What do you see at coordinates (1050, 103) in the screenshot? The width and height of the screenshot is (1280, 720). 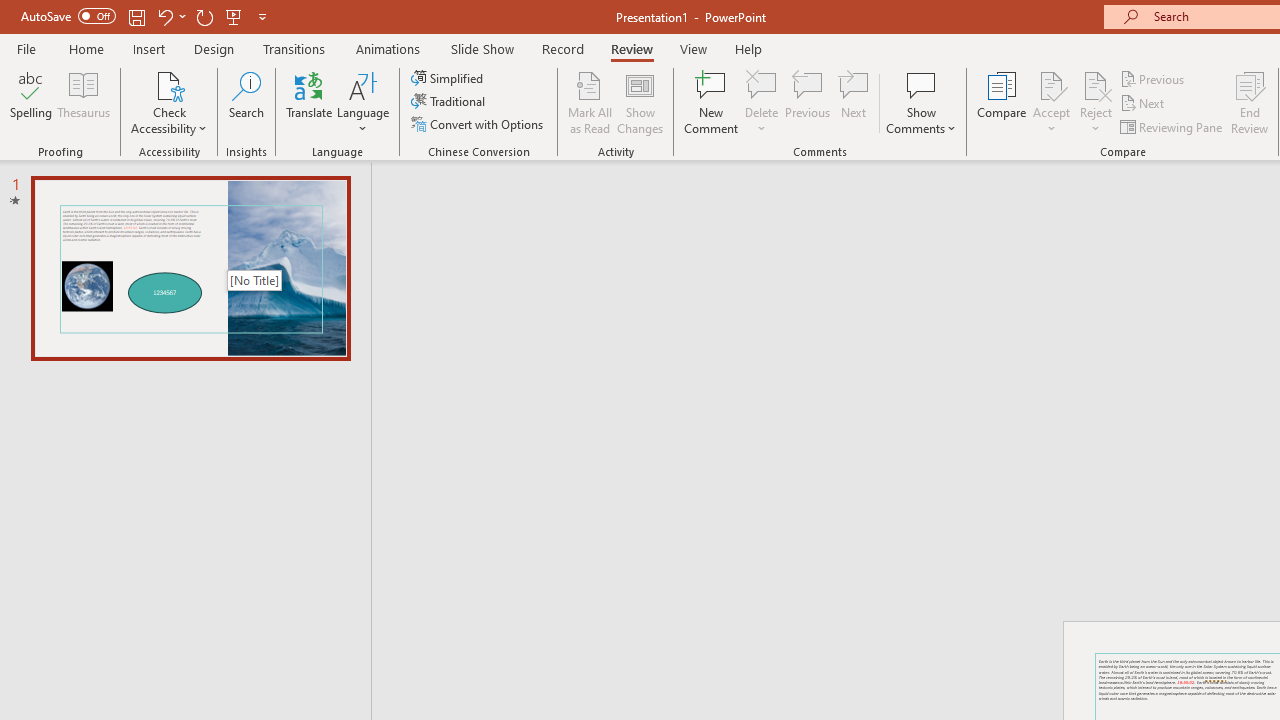 I see `'Accept'` at bounding box center [1050, 103].